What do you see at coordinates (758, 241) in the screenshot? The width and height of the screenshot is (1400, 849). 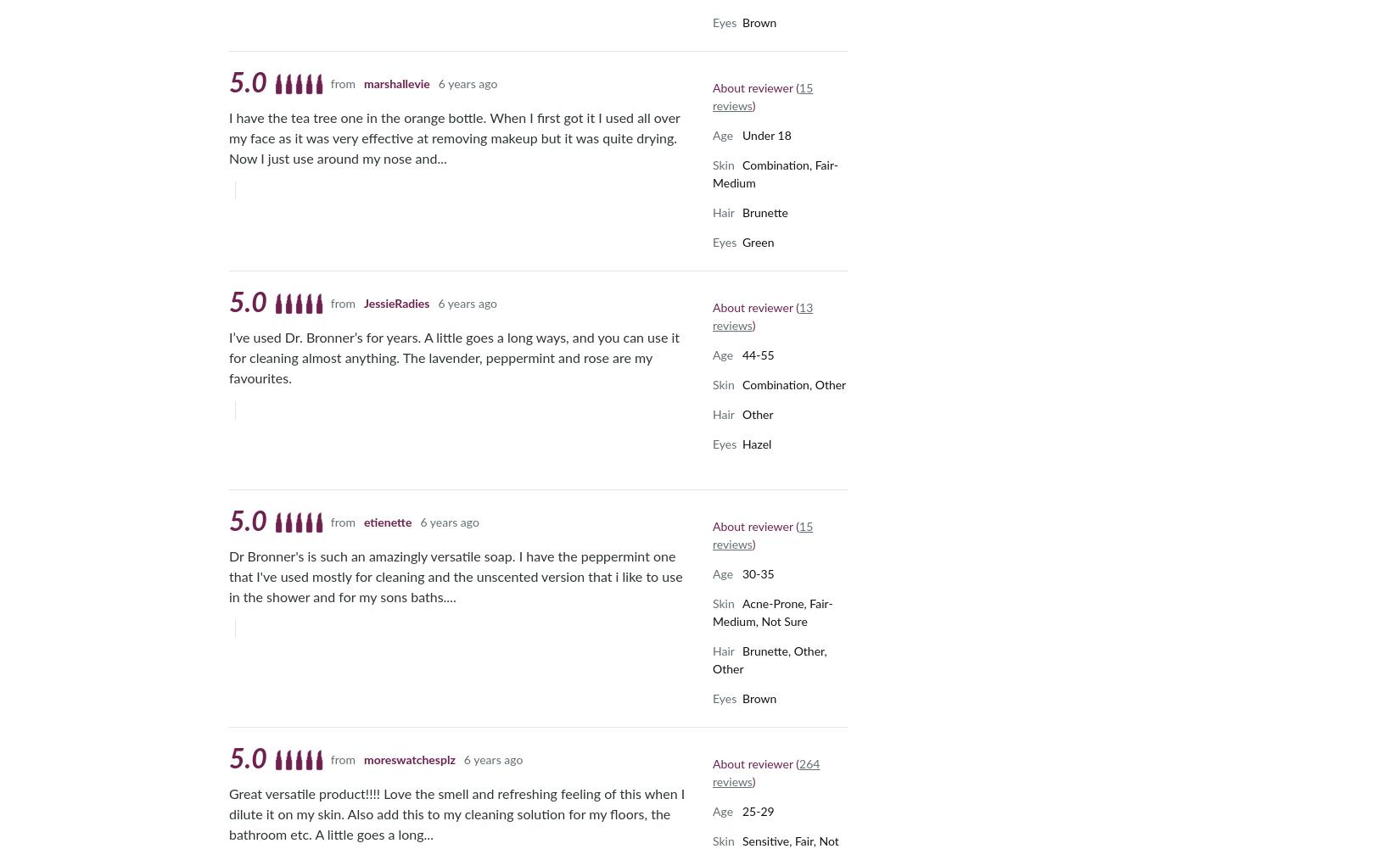 I see `'Green'` at bounding box center [758, 241].